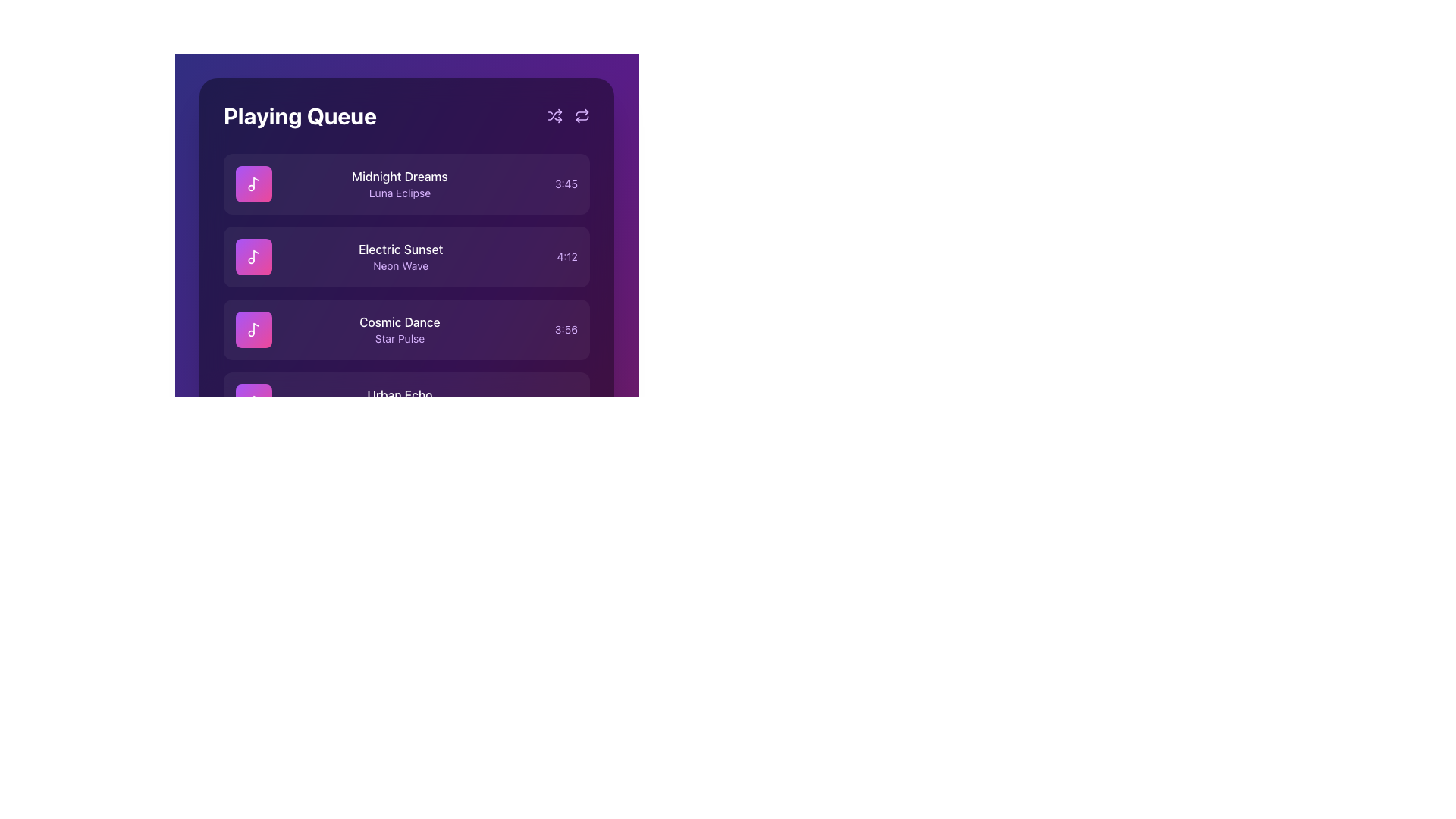 The image size is (1456, 819). I want to click on the musical note icon located on the left side of the fourth row in the 'Playing Queue' list, so click(254, 402).